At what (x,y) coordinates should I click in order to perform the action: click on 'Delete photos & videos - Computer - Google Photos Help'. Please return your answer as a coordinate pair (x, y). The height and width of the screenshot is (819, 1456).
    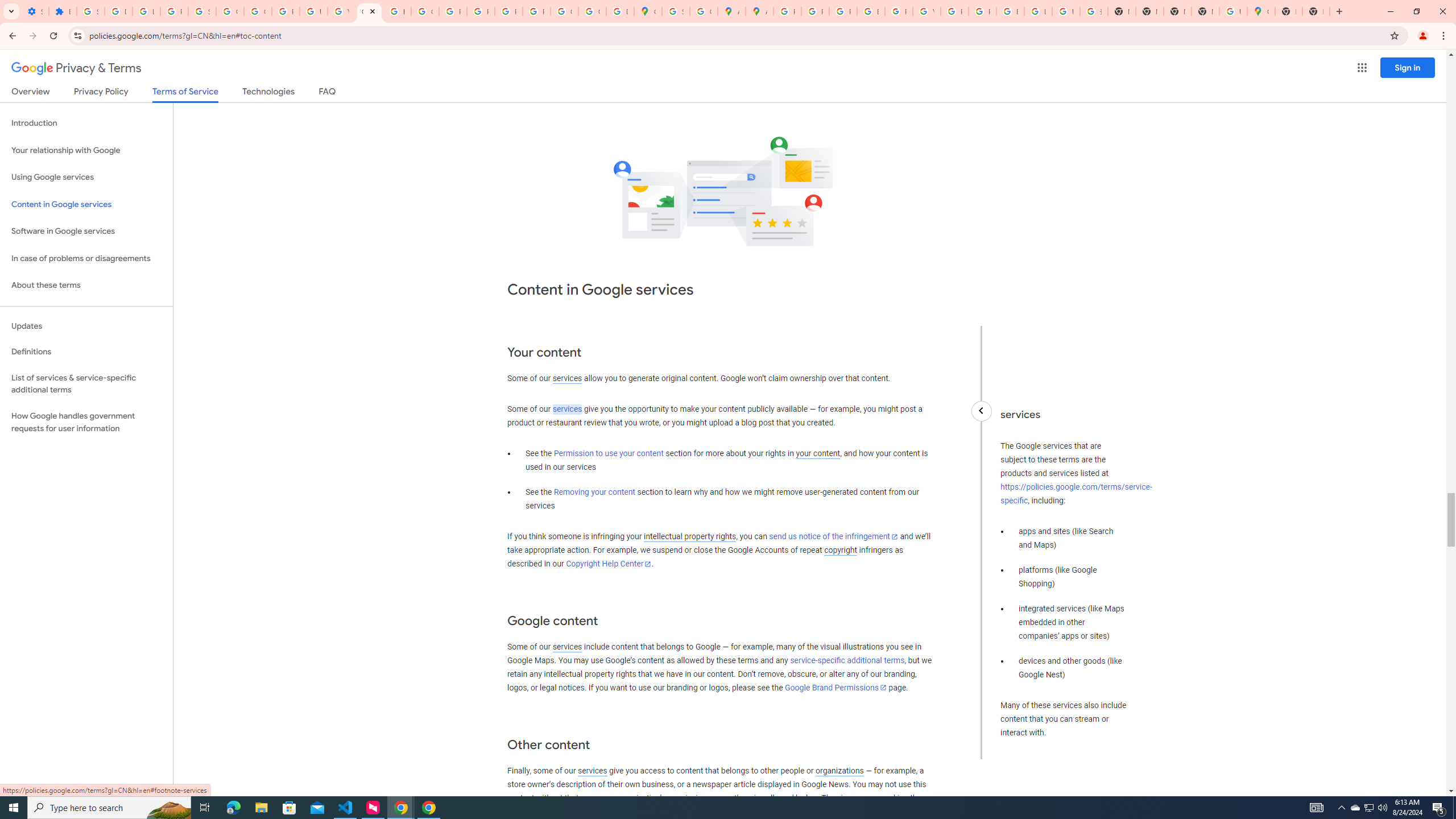
    Looking at the image, I should click on (118, 11).